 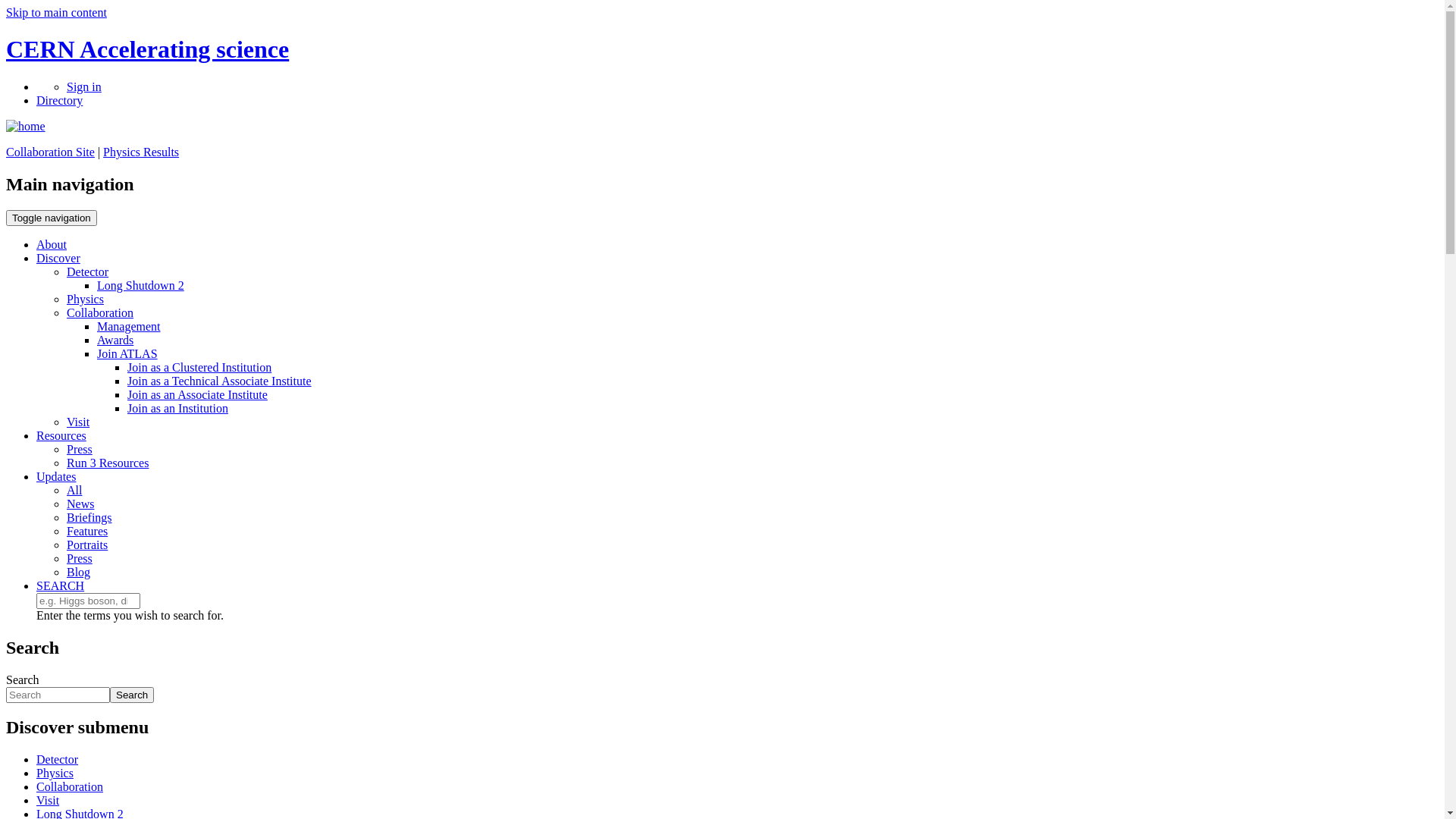 What do you see at coordinates (89, 516) in the screenshot?
I see `'Briefings'` at bounding box center [89, 516].